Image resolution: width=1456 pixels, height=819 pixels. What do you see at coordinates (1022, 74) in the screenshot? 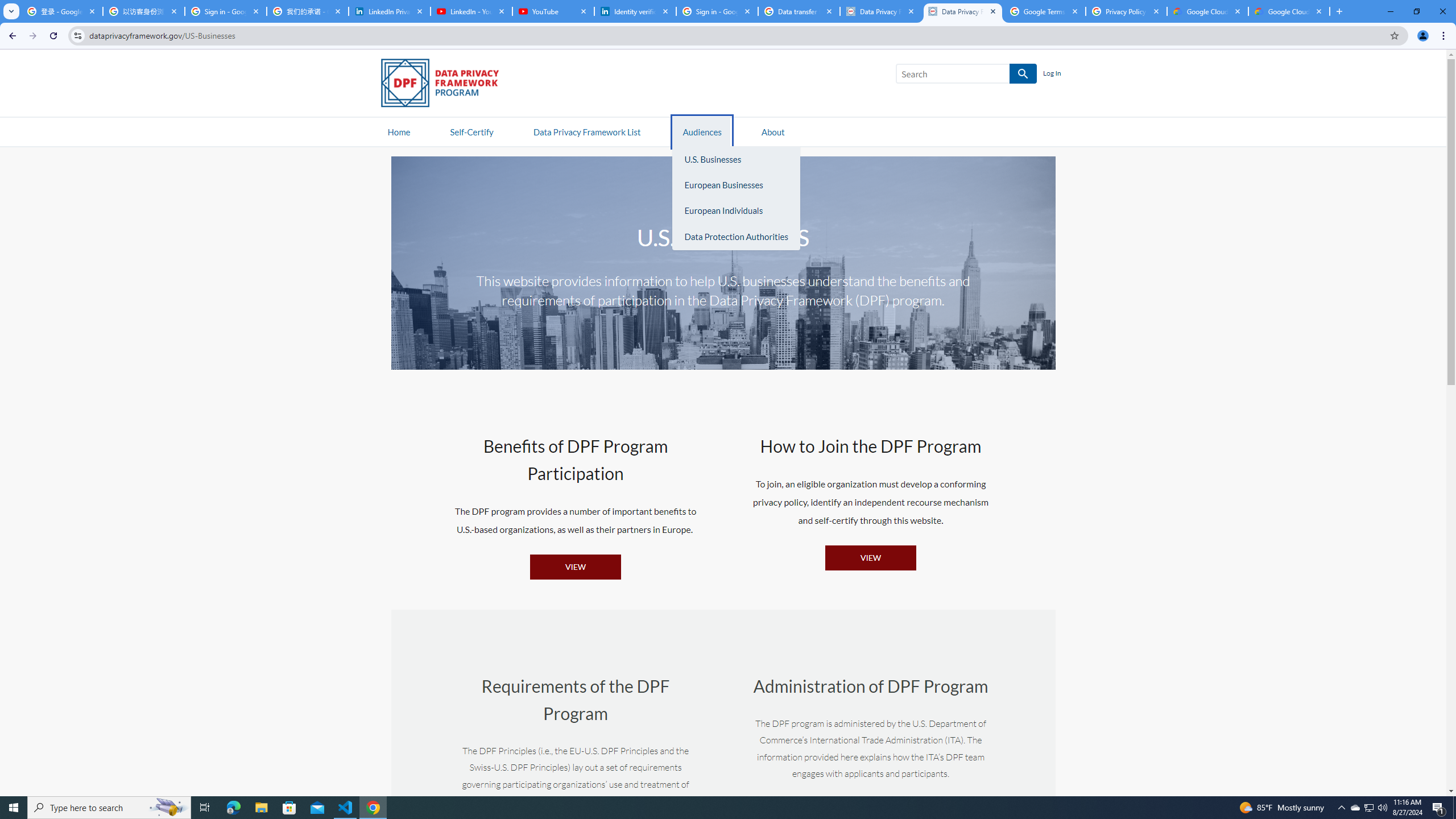
I see `'SEARCH'` at bounding box center [1022, 74].